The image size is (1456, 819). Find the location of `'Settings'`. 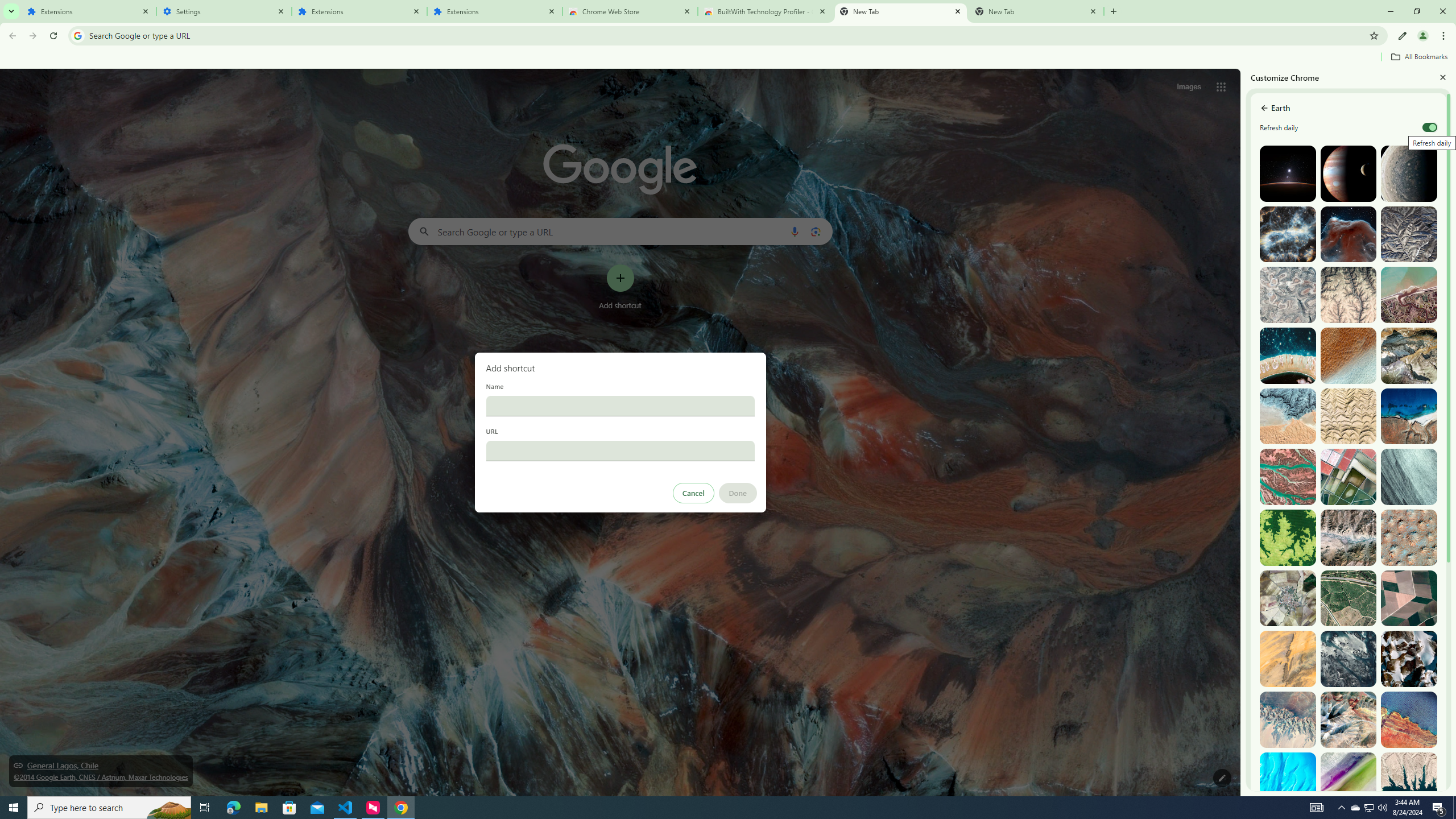

'Settings' is located at coordinates (224, 11).